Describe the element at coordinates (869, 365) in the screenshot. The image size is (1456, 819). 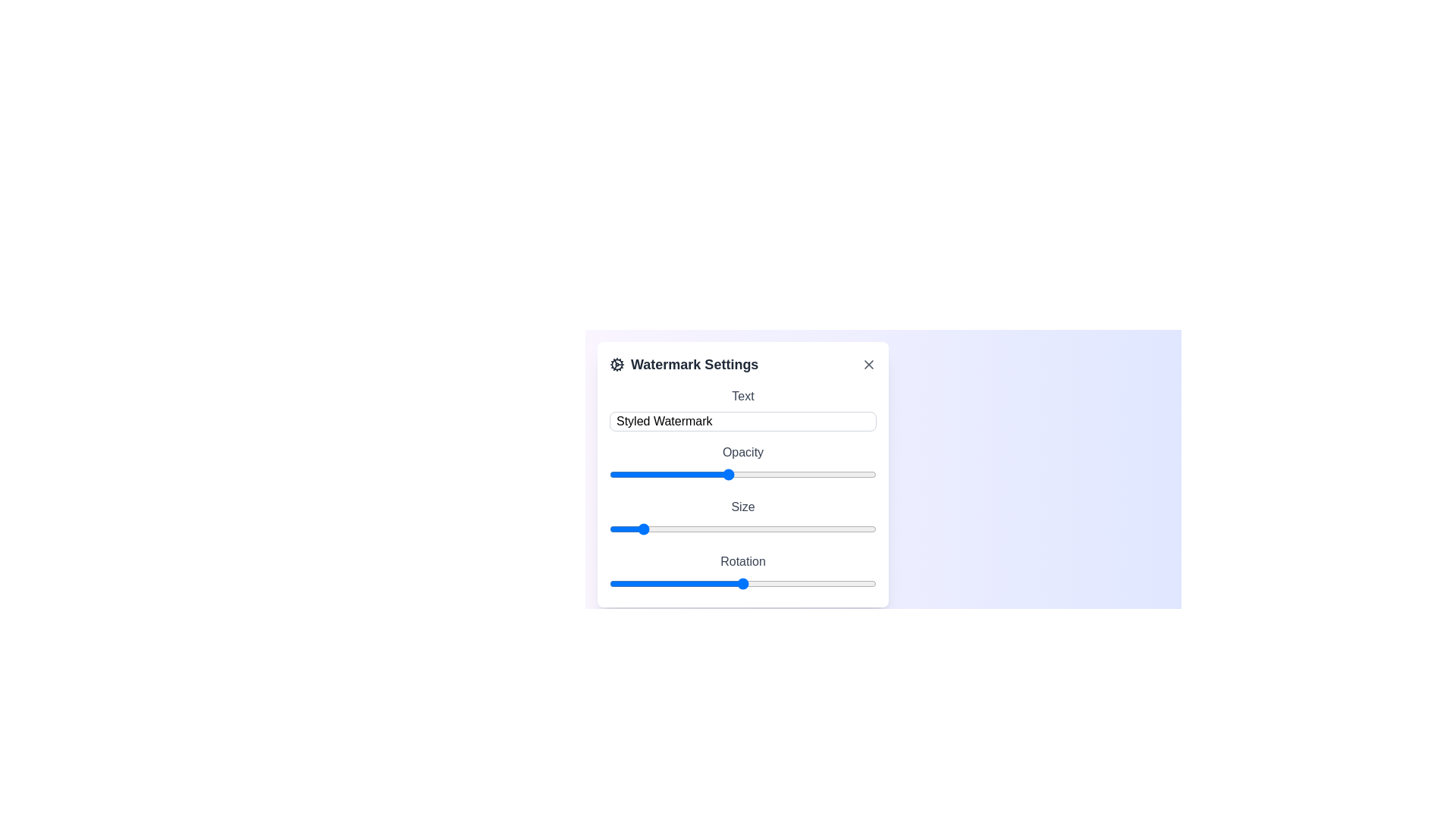
I see `the close button located in the header section of the 'Watermark Settings' modal` at that location.